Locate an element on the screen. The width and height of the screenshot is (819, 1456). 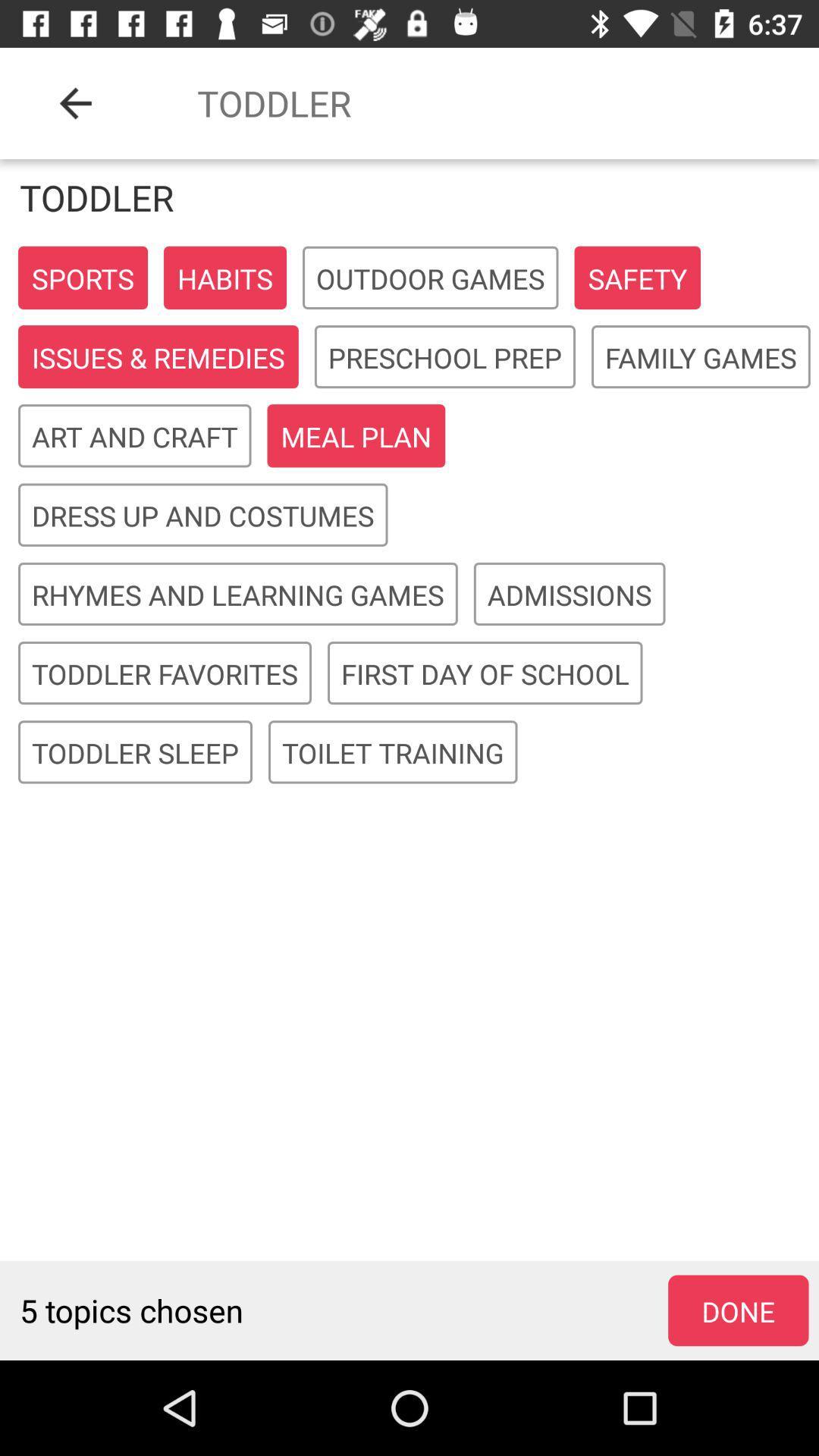
sports is located at coordinates (83, 278).